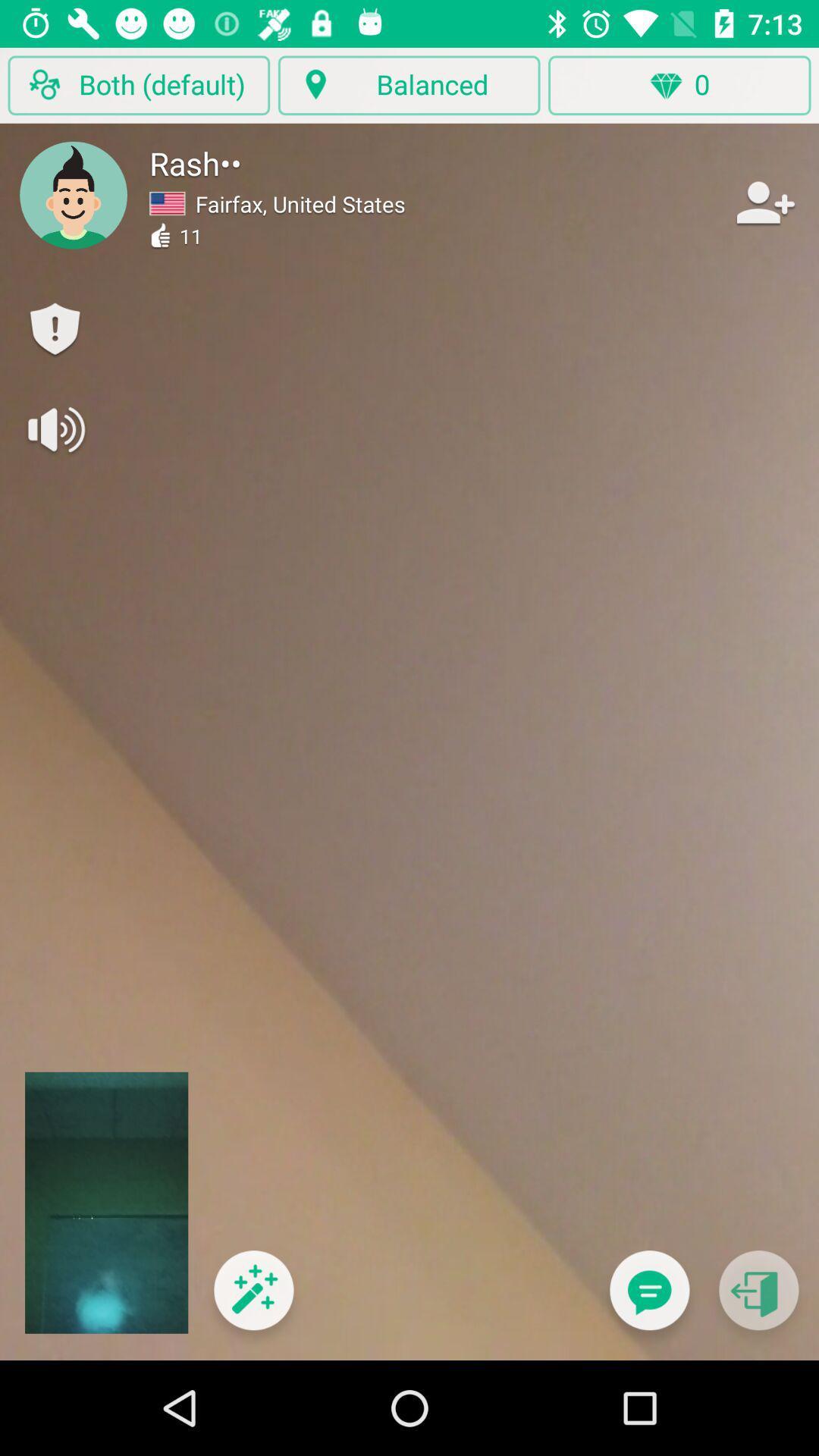 This screenshot has height=1456, width=819. I want to click on icon below the 0 icon, so click(648, 1299).